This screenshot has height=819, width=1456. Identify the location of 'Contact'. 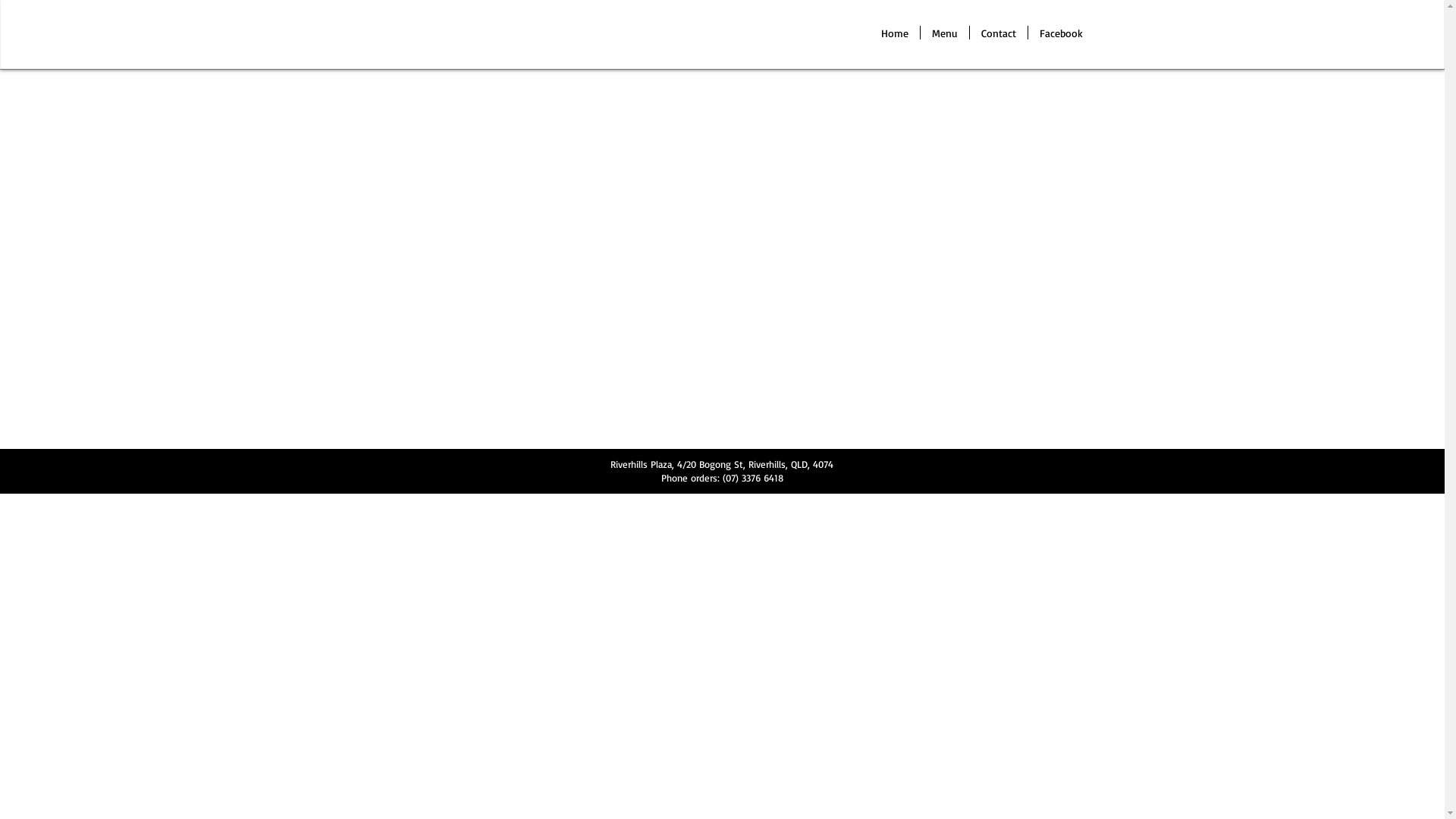
(997, 32).